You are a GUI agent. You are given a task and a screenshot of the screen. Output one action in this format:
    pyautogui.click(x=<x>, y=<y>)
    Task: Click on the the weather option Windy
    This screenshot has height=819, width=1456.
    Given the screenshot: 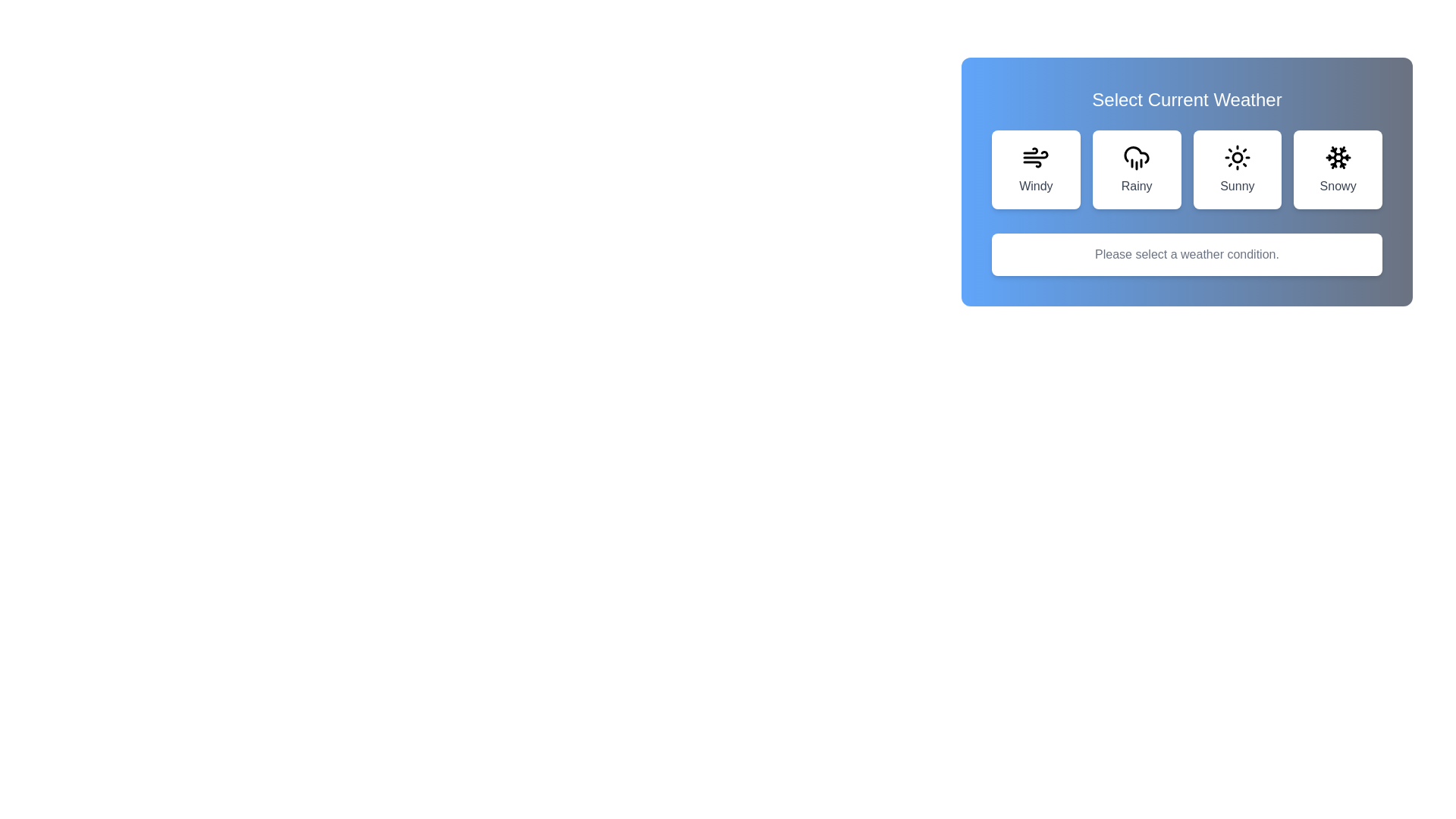 What is the action you would take?
    pyautogui.click(x=1035, y=169)
    